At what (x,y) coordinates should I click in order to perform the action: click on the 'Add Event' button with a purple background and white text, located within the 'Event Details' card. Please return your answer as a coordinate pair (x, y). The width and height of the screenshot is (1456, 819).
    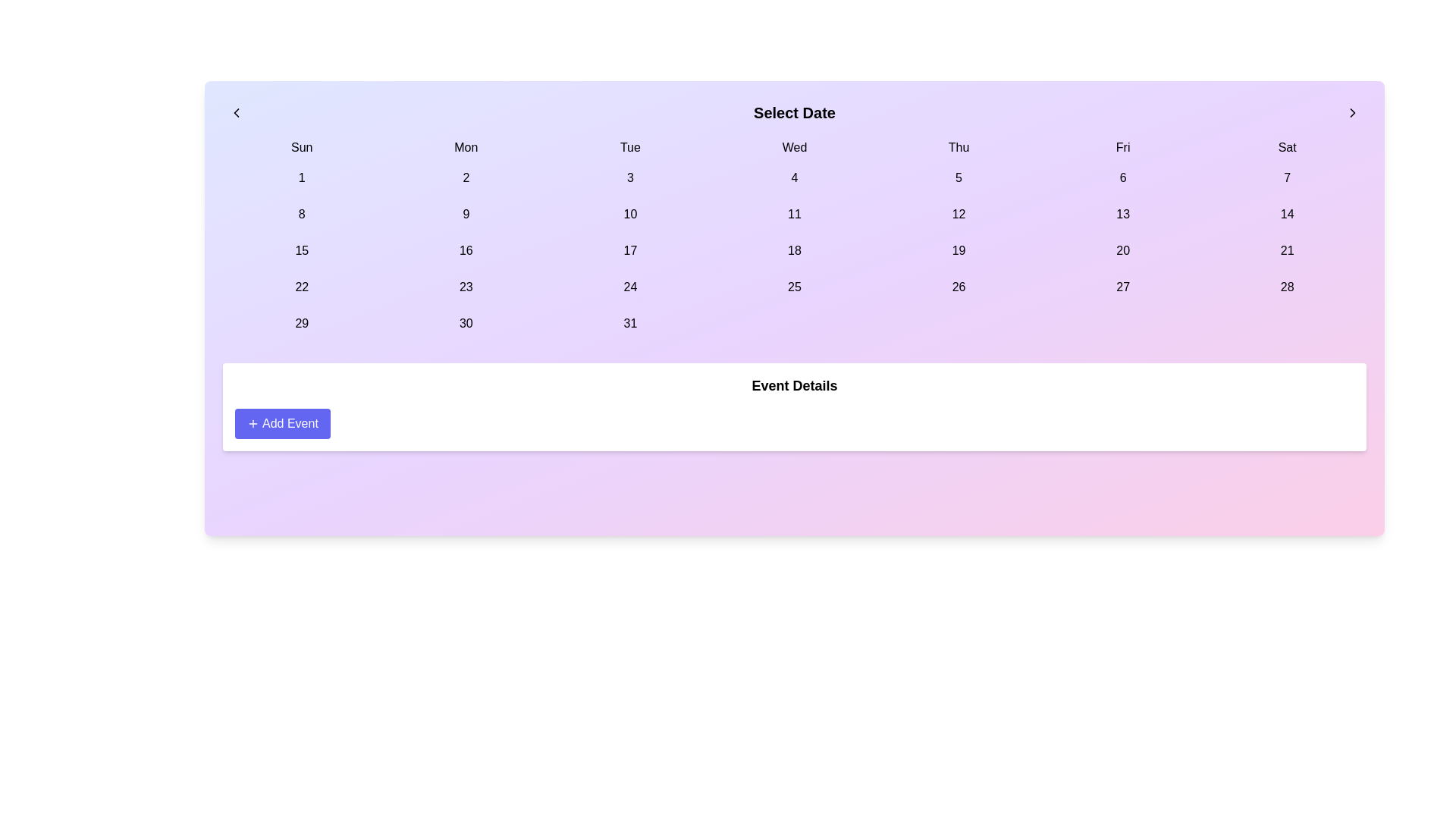
    Looking at the image, I should click on (282, 424).